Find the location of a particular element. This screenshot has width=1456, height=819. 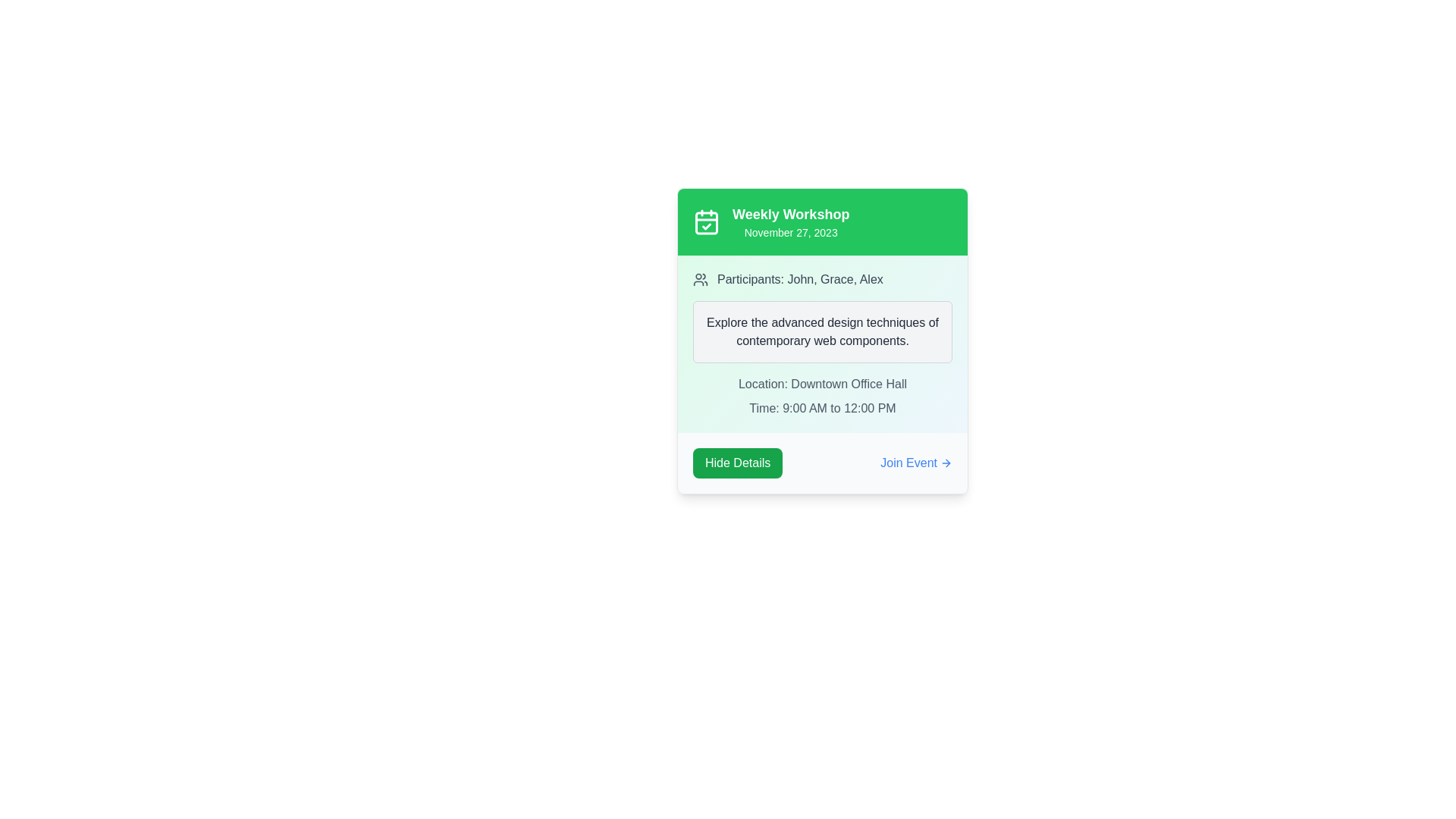

text content of the Text block providing contextual information about the event's location and time, positioned beneath the description text in the card UI is located at coordinates (821, 396).